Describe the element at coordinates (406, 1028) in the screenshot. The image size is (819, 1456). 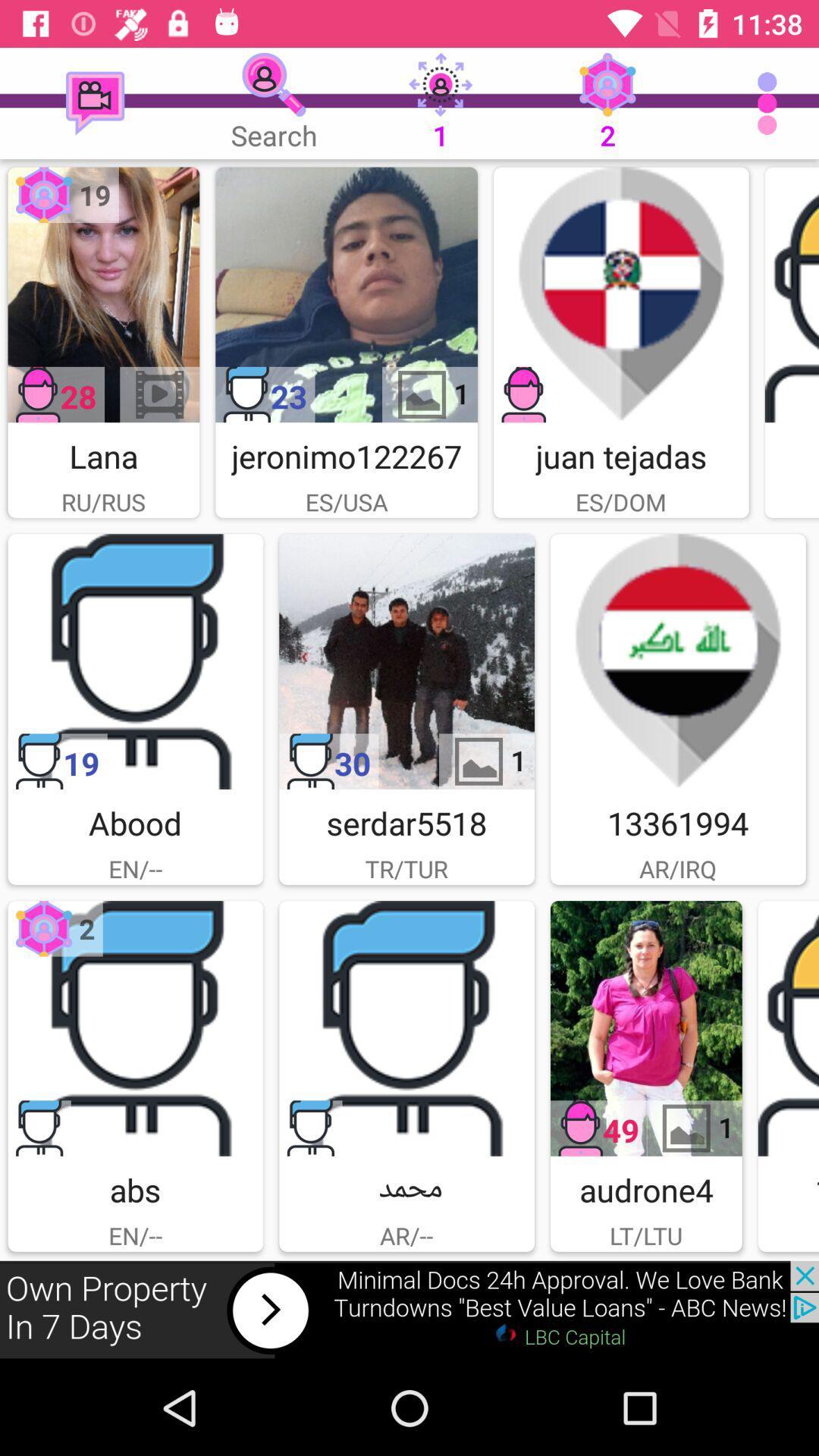
I see `members` at that location.